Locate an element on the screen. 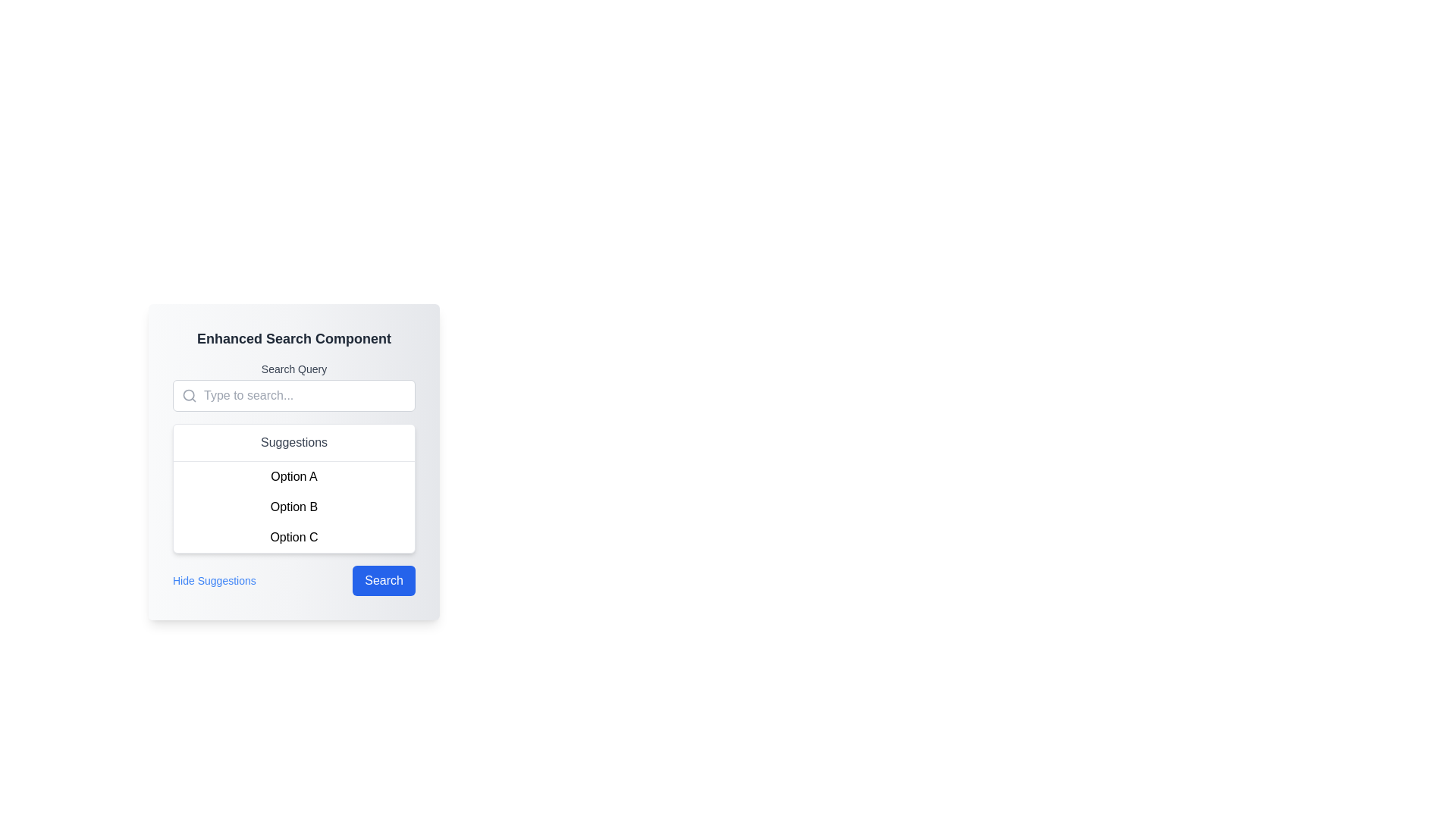 The image size is (1456, 819). the magnifying glass icon representing the search function, which is located to the far left of the 'Search Query' input field is located at coordinates (188, 394).